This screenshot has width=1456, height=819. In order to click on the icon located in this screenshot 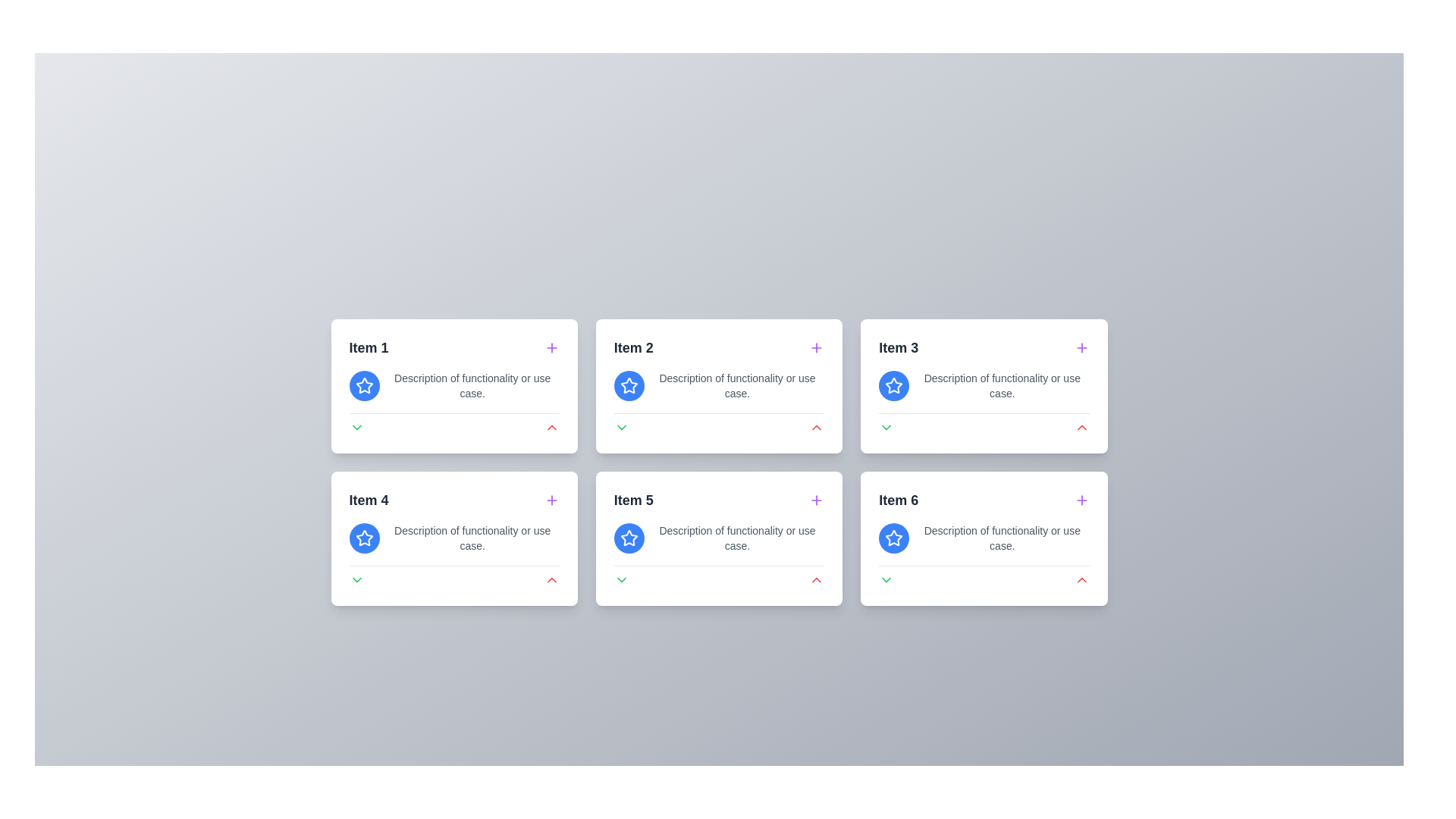, I will do `click(629, 385)`.